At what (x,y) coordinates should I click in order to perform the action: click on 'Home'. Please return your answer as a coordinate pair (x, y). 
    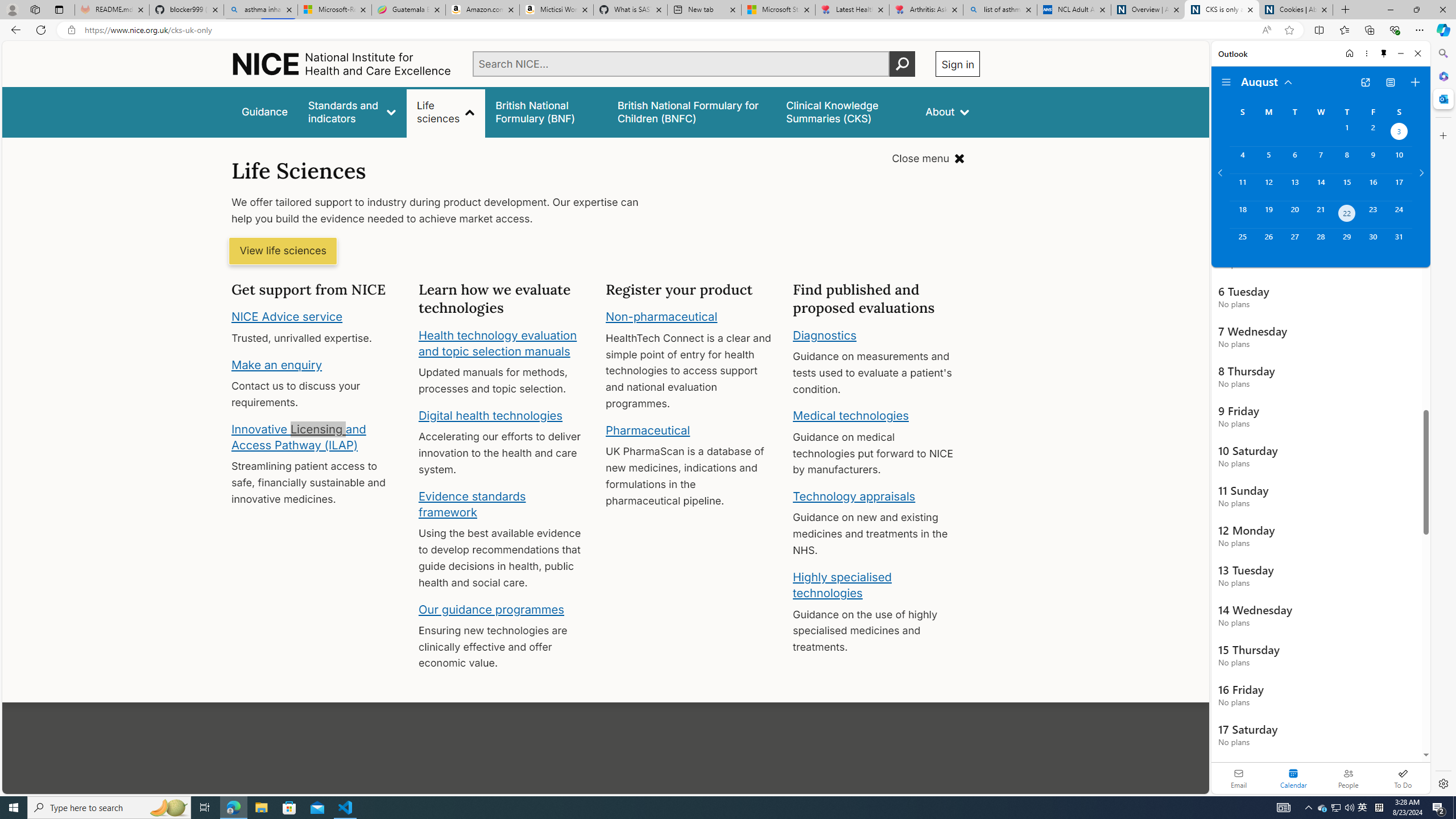
    Looking at the image, I should click on (1349, 53).